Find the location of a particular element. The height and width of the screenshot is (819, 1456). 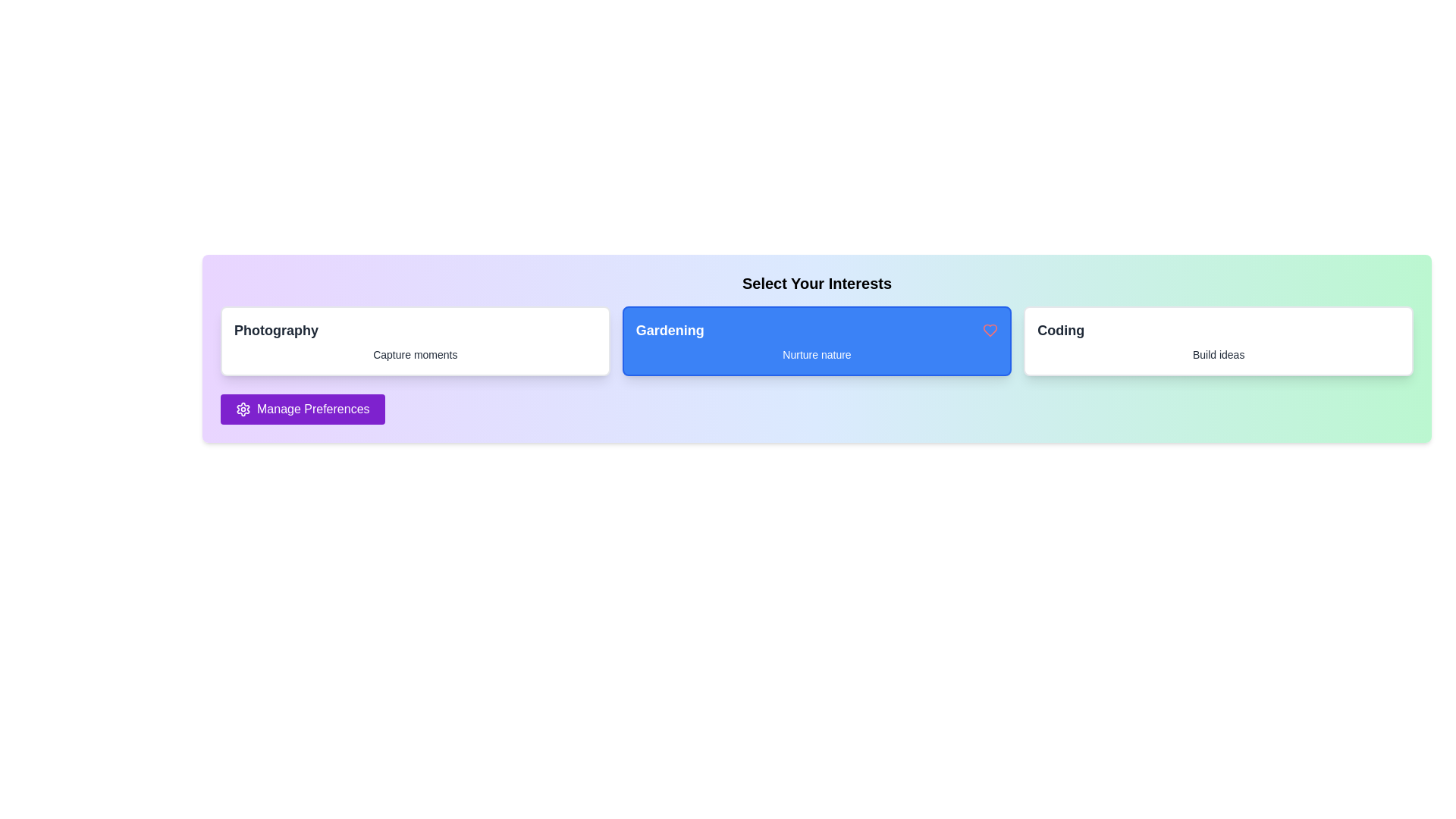

the interest item Coding is located at coordinates (1219, 341).